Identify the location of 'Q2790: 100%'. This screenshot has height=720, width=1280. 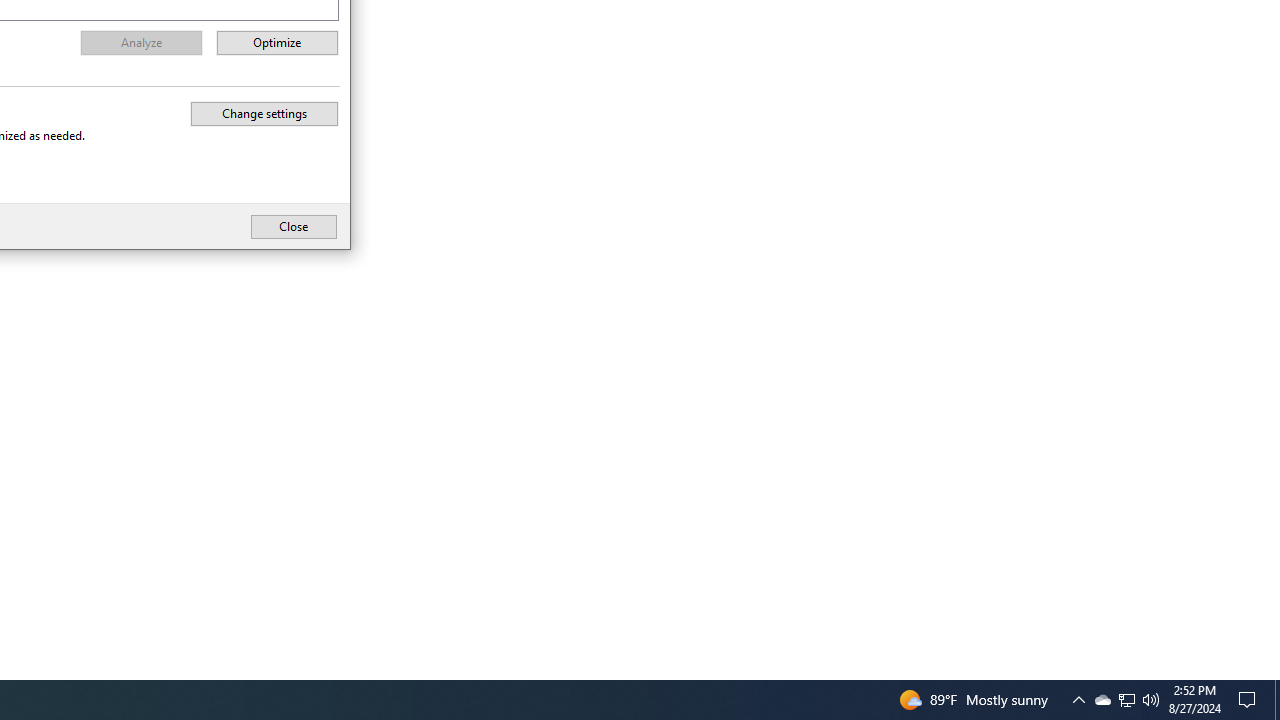
(1151, 698).